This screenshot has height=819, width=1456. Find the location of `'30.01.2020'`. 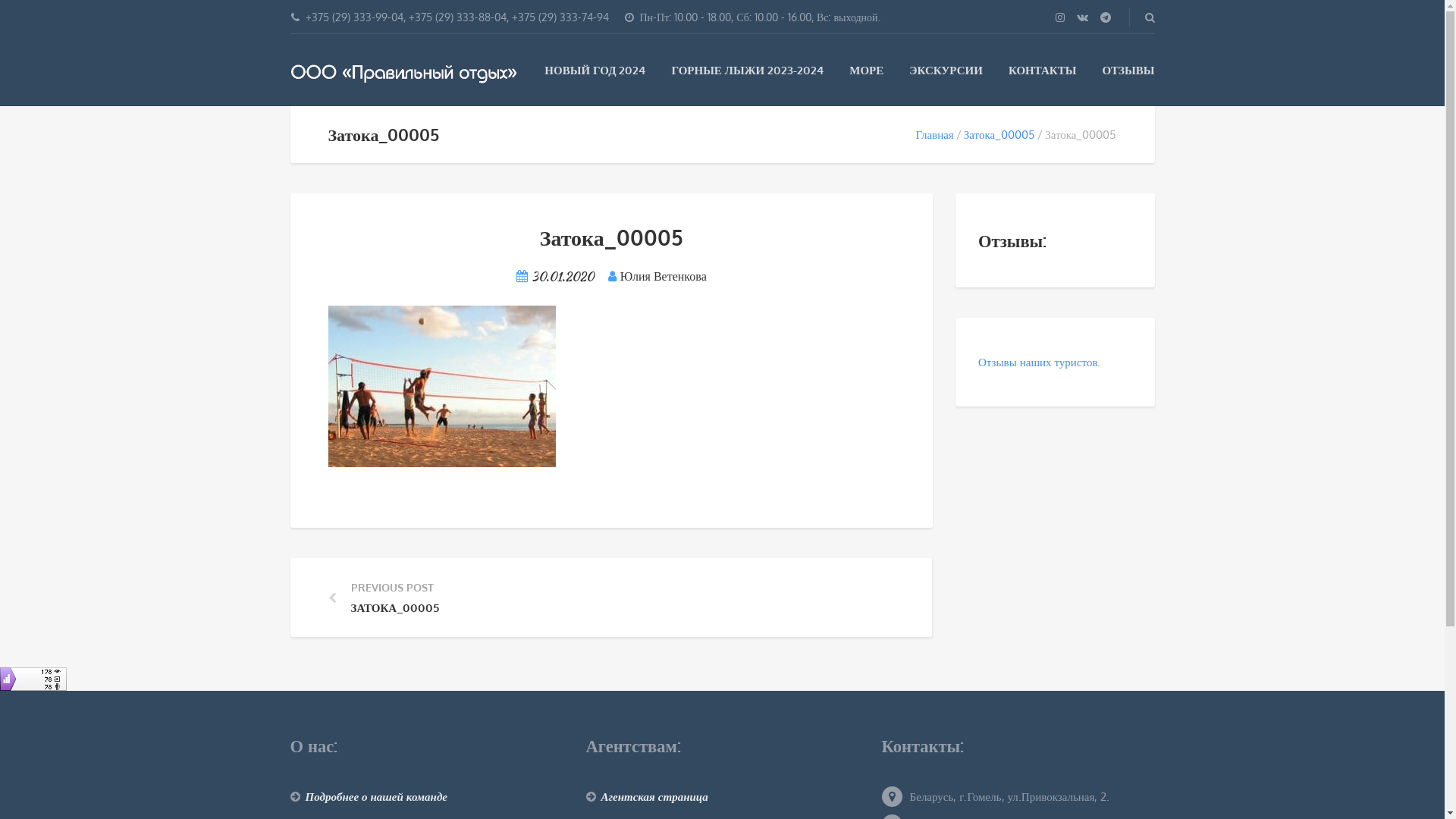

'30.01.2020' is located at coordinates (562, 276).